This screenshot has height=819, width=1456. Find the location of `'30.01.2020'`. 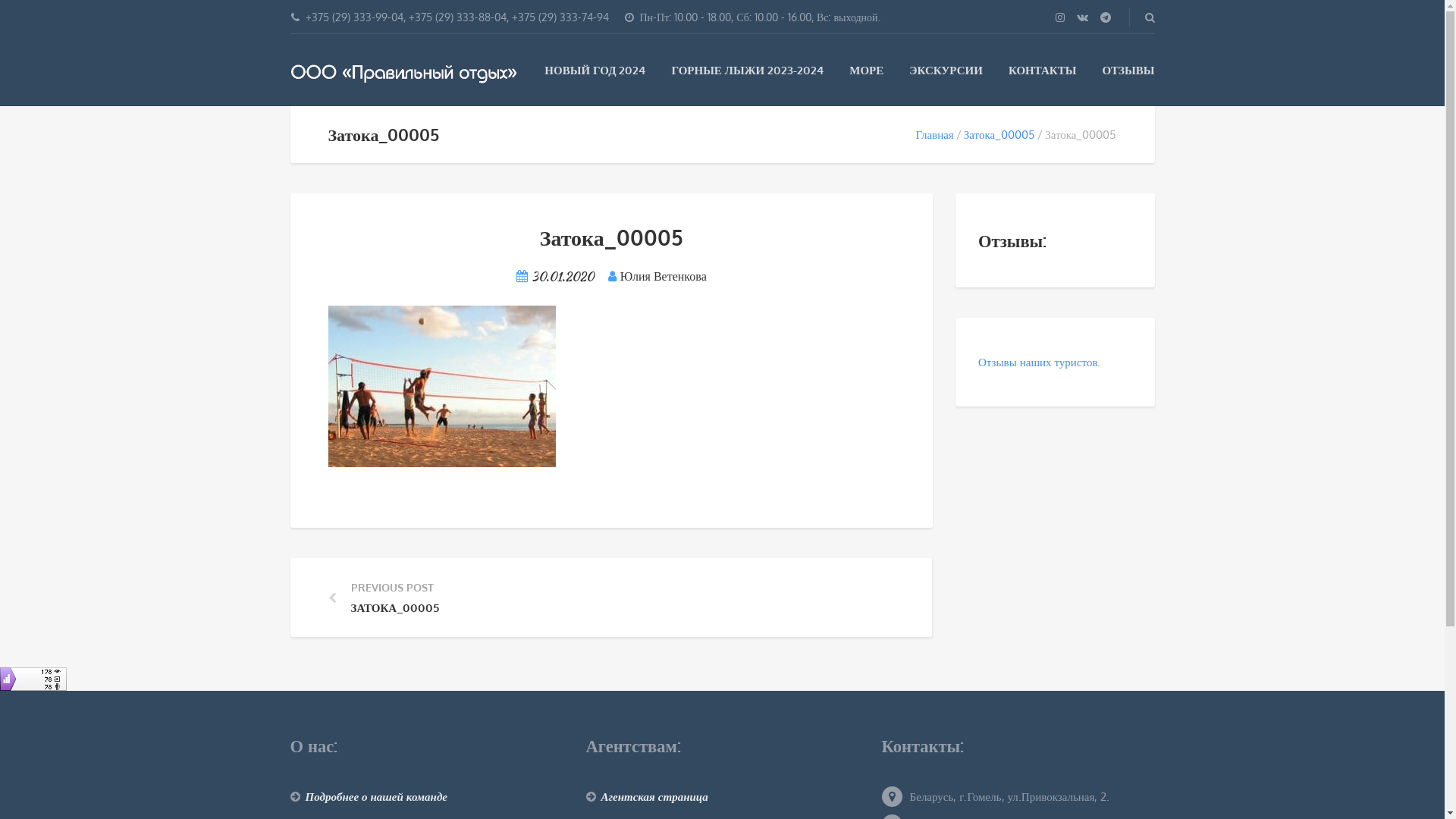

'30.01.2020' is located at coordinates (562, 276).